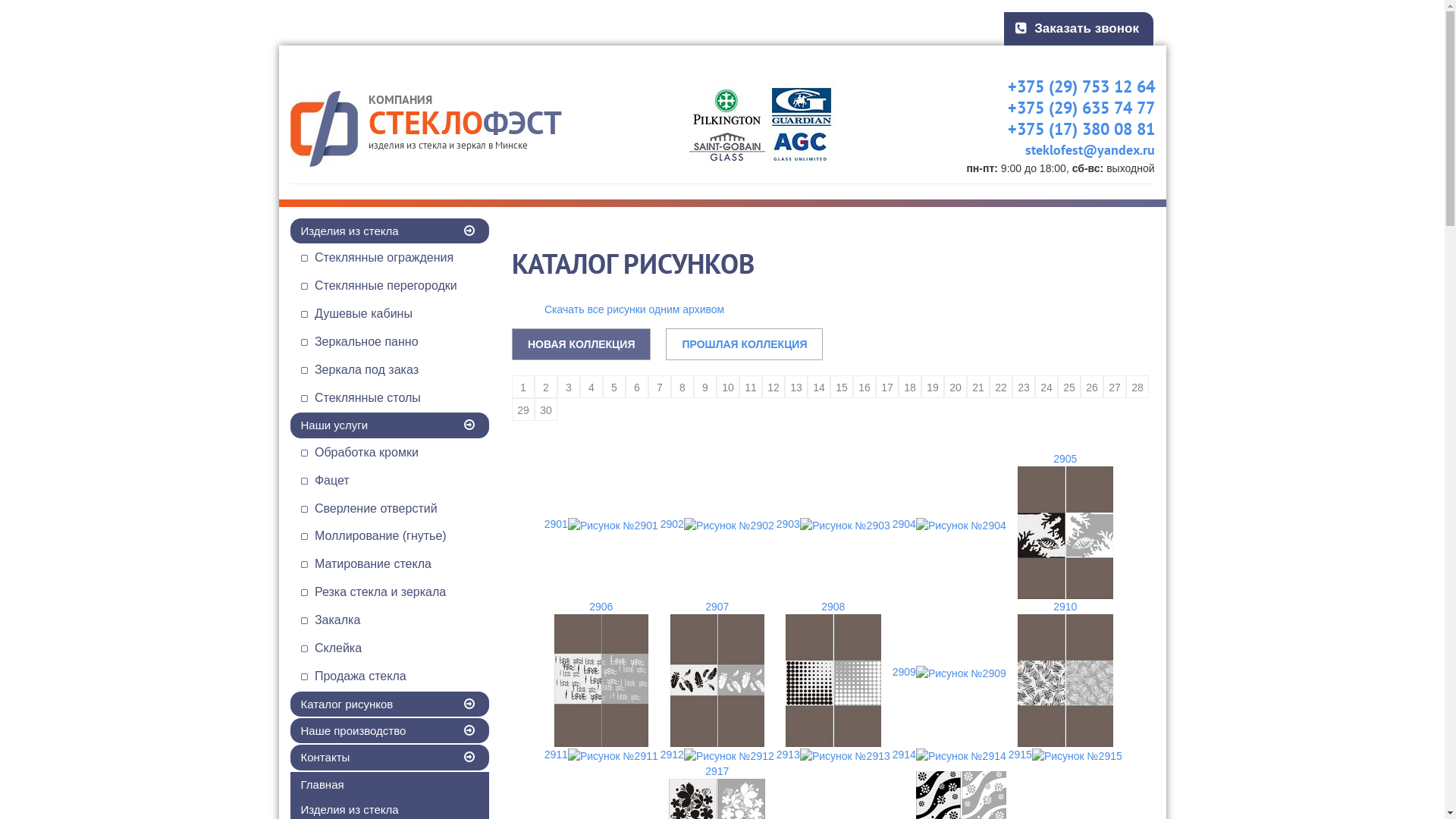 This screenshot has height=819, width=1456. I want to click on '2914', so click(948, 755).